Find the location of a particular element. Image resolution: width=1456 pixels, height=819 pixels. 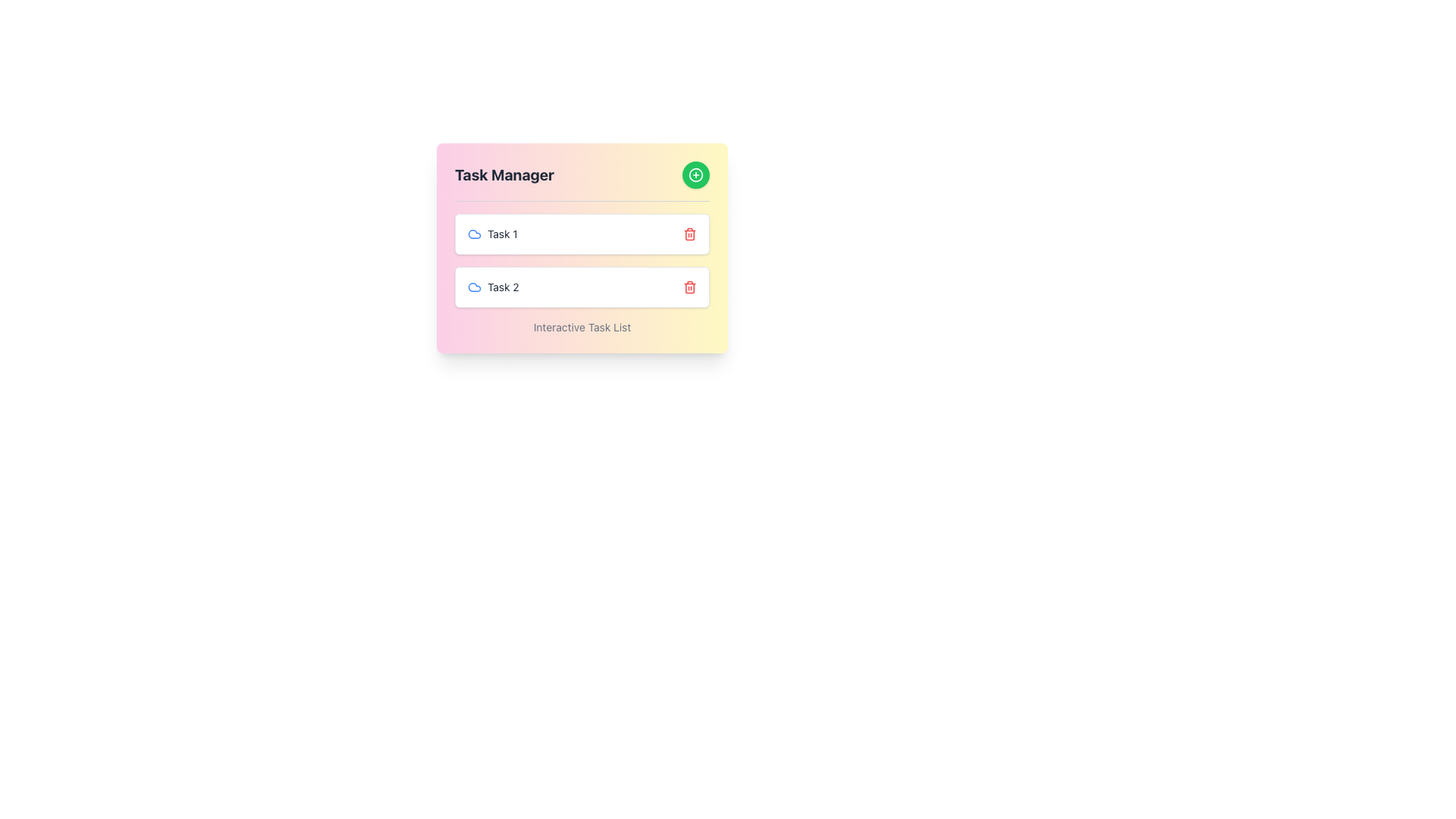

the task label in the second row of the task management interface, which is positioned to the right of a cloud icon and to the left of a red delete icon is located at coordinates (503, 287).